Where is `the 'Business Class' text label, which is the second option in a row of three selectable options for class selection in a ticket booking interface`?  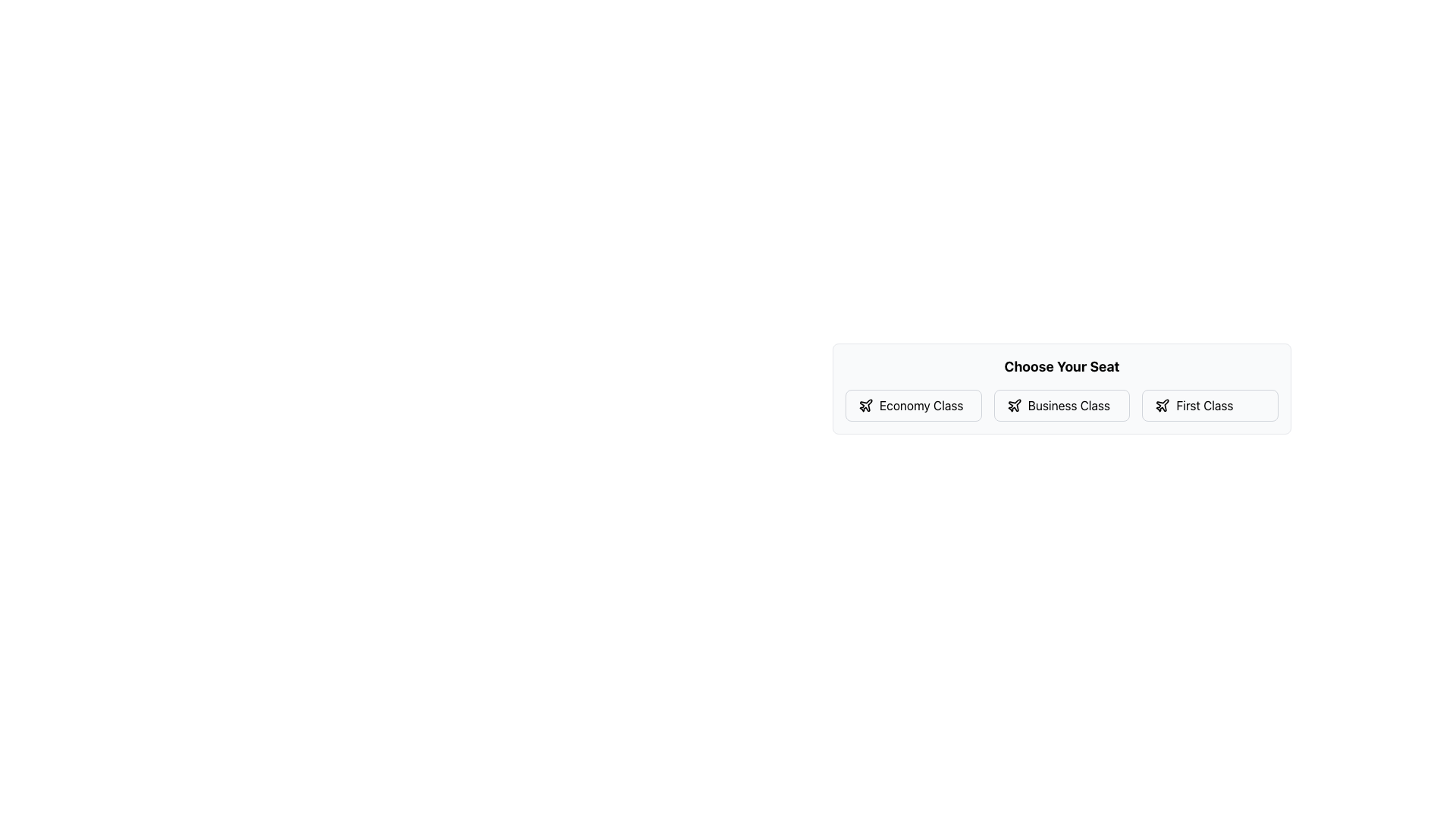
the 'Business Class' text label, which is the second option in a row of three selectable options for class selection in a ticket booking interface is located at coordinates (1068, 405).